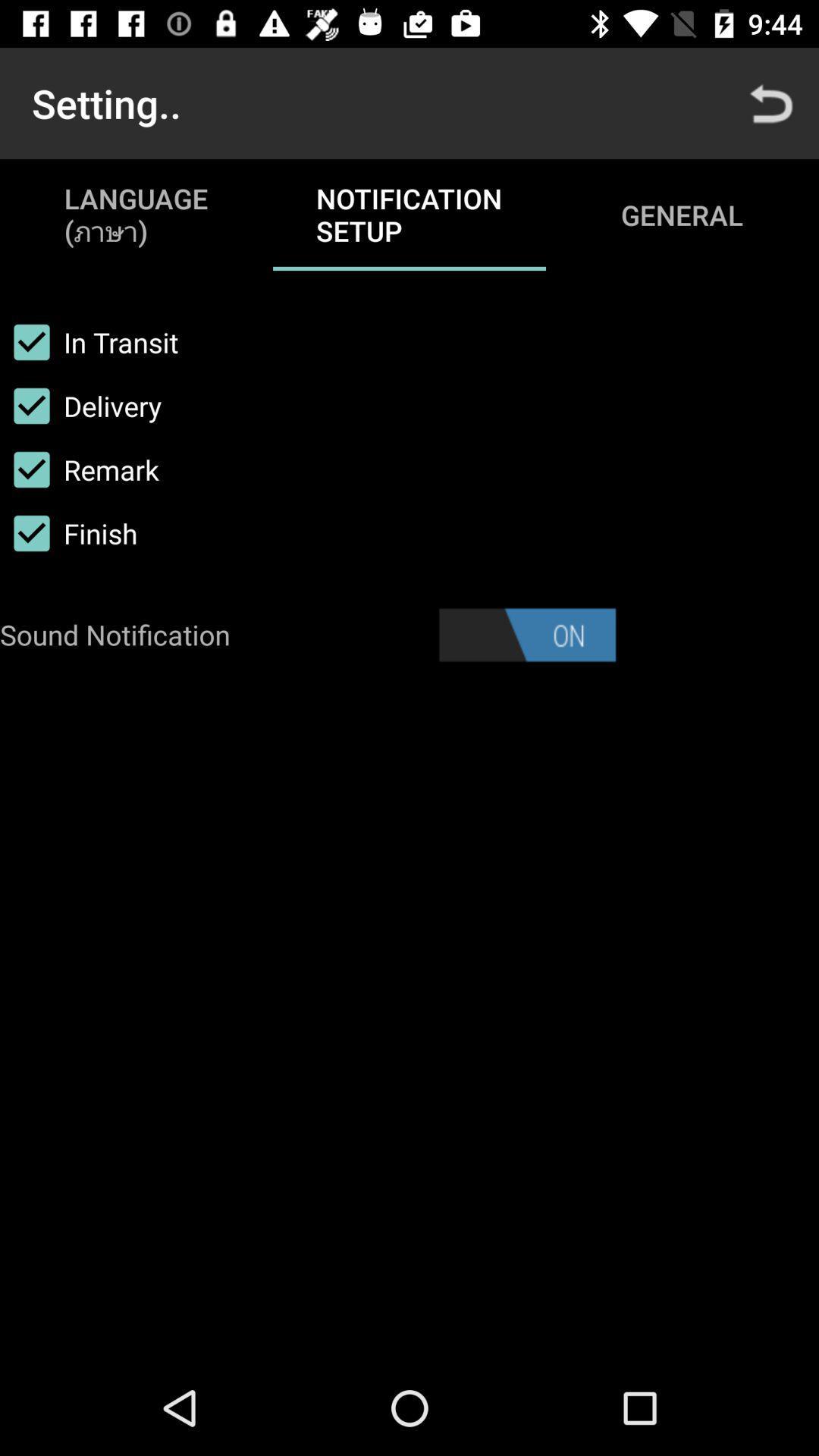  What do you see at coordinates (526, 635) in the screenshot?
I see `icon next to the sound notification icon` at bounding box center [526, 635].